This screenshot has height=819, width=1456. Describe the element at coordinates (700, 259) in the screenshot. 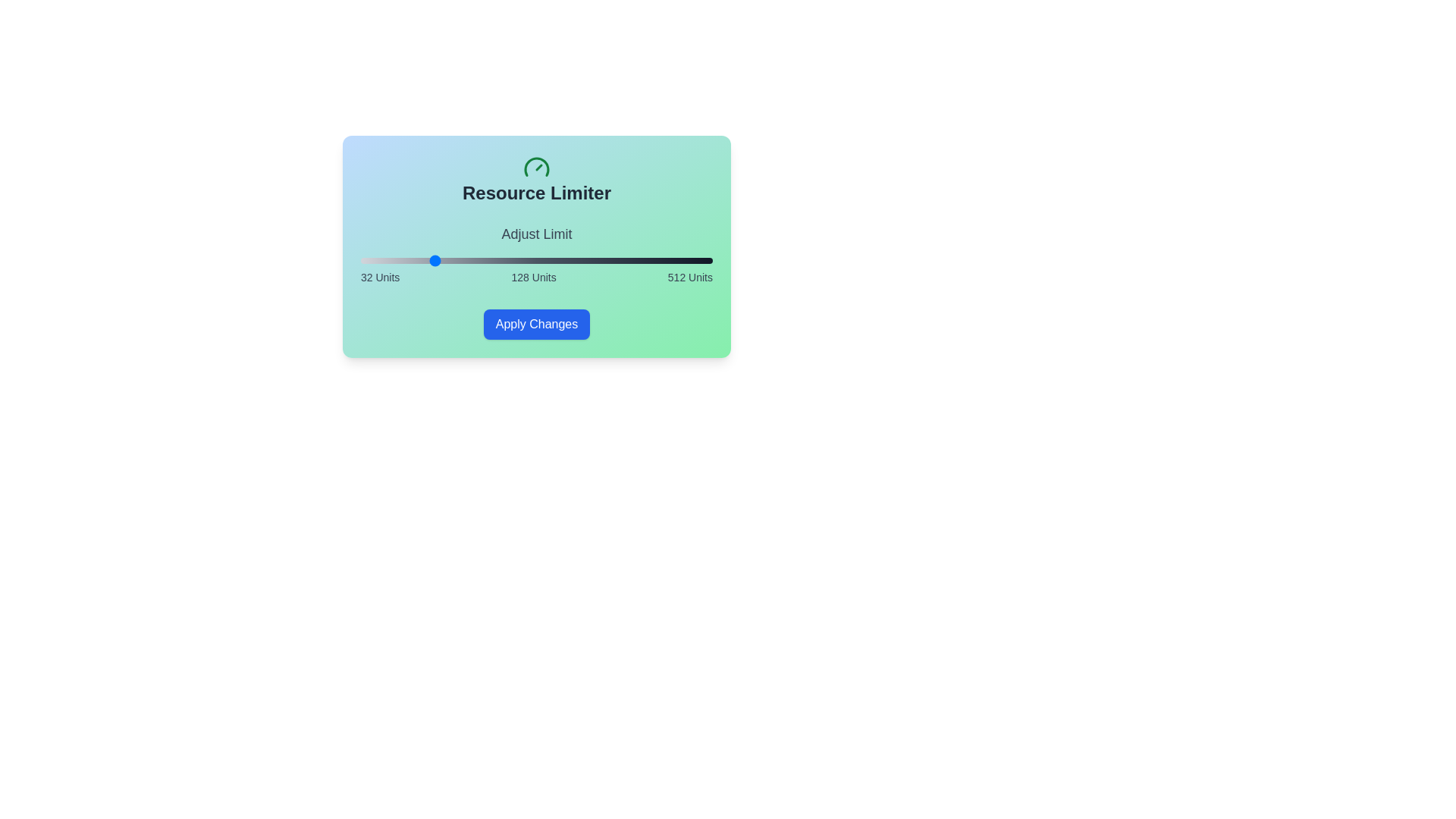

I see `the slider to set its value to 496` at that location.